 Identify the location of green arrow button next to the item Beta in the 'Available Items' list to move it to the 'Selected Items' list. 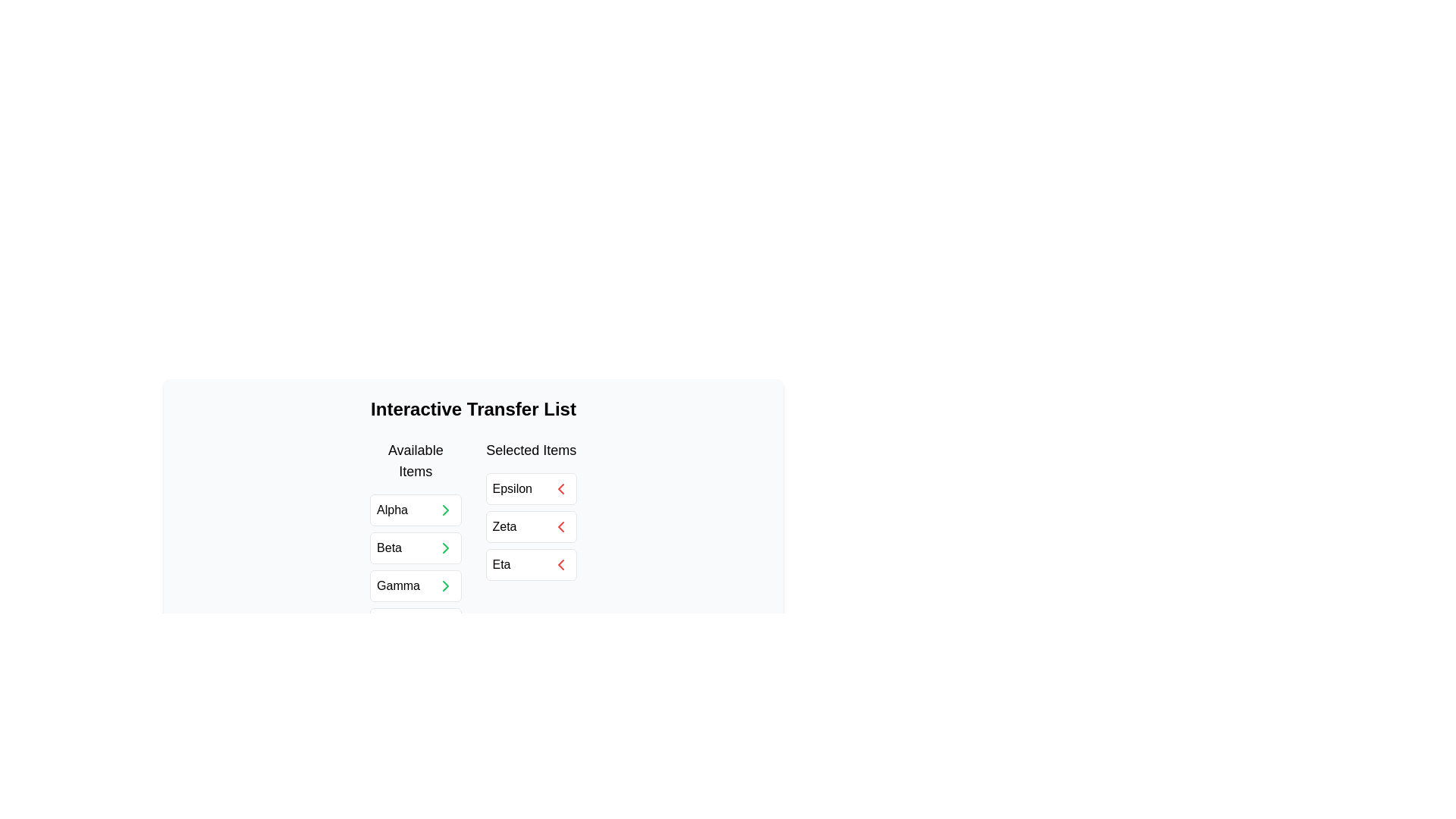
(444, 548).